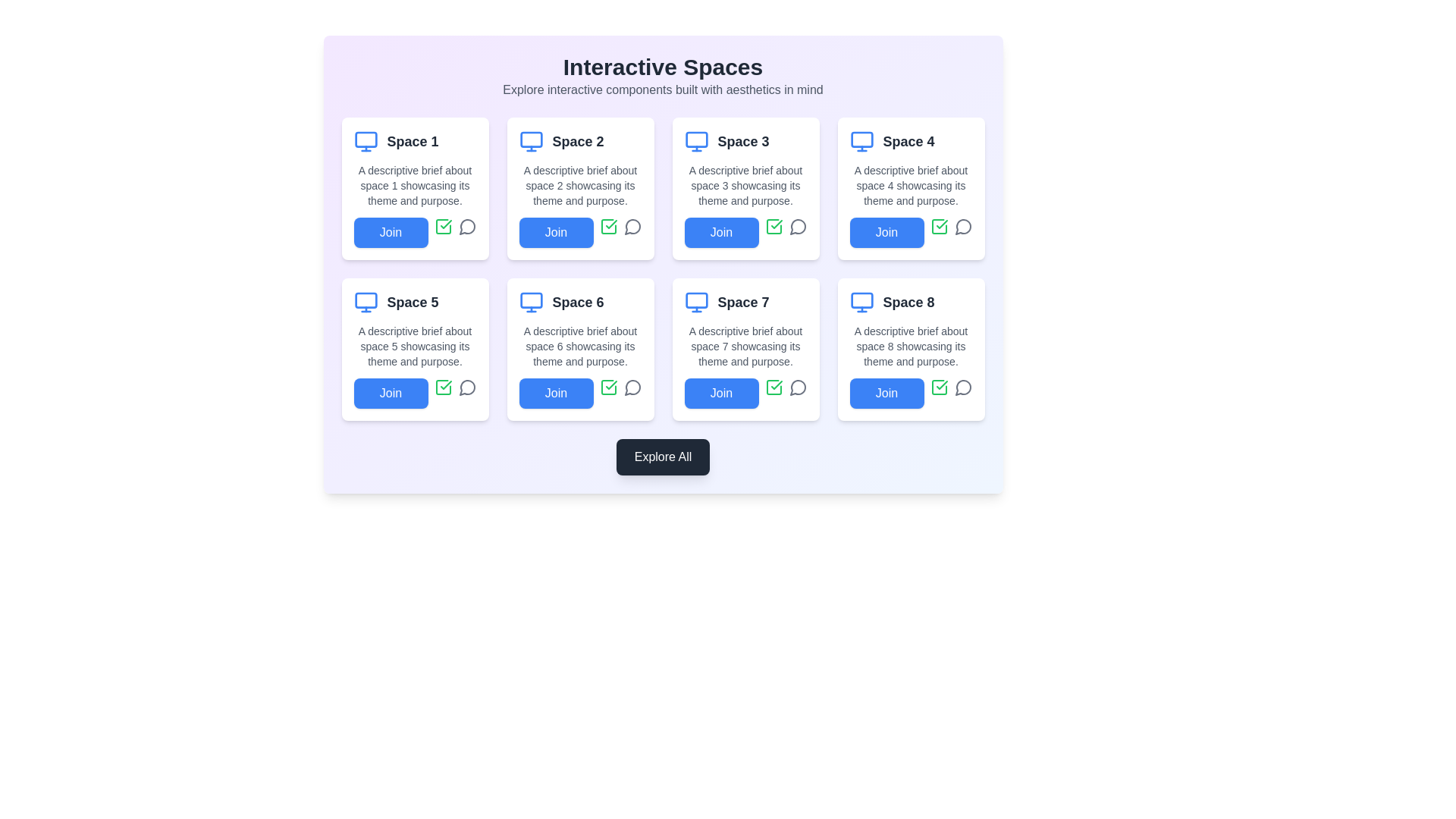 Image resolution: width=1456 pixels, height=819 pixels. Describe the element at coordinates (663, 66) in the screenshot. I see `the large, bold heading text 'Interactive Spaces' located at the top center of the interface` at that location.